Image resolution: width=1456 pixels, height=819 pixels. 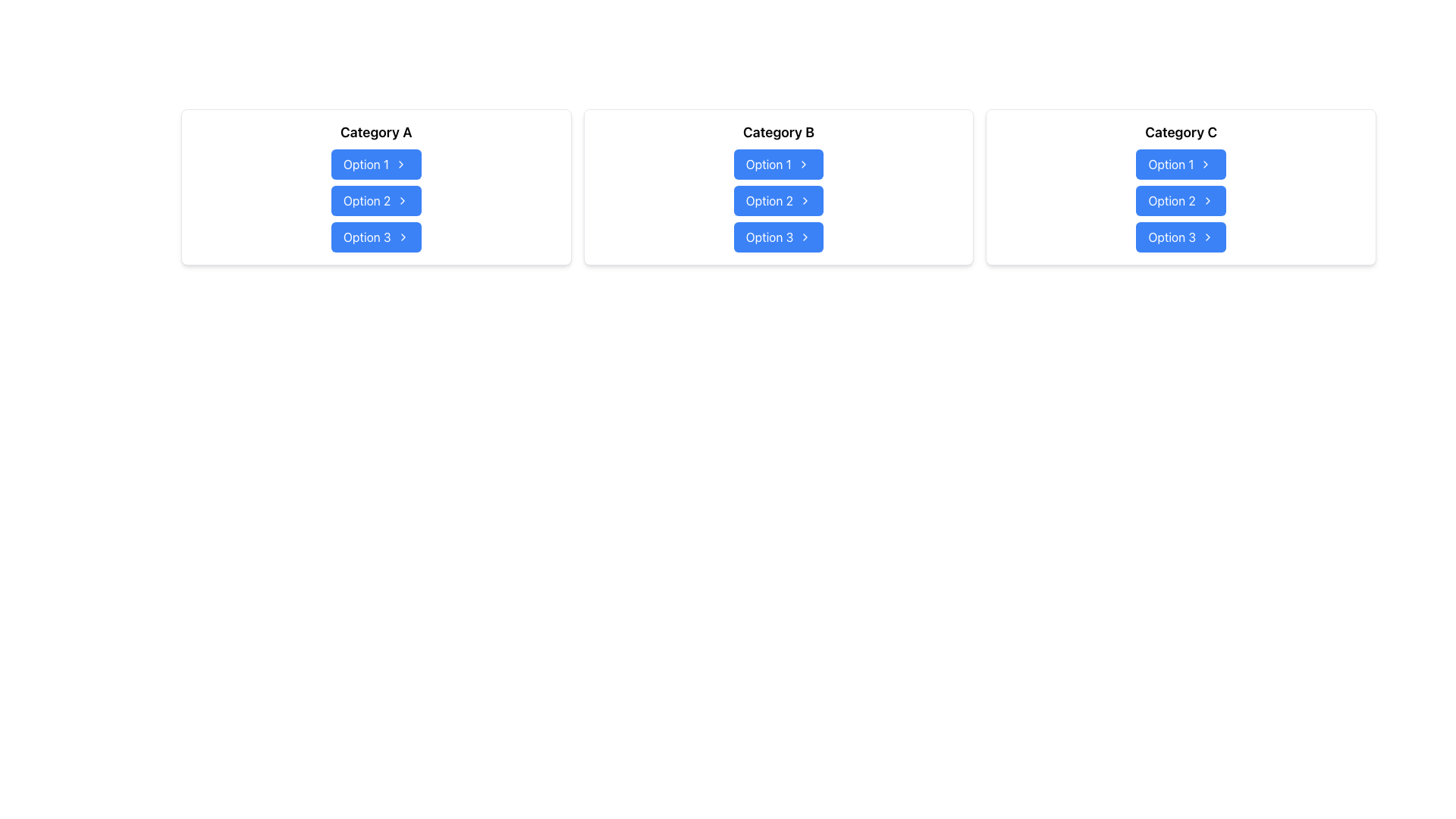 I want to click on the bold text label displaying 'Category B' located at the top of the center card, above the blue buttons, so click(x=779, y=131).